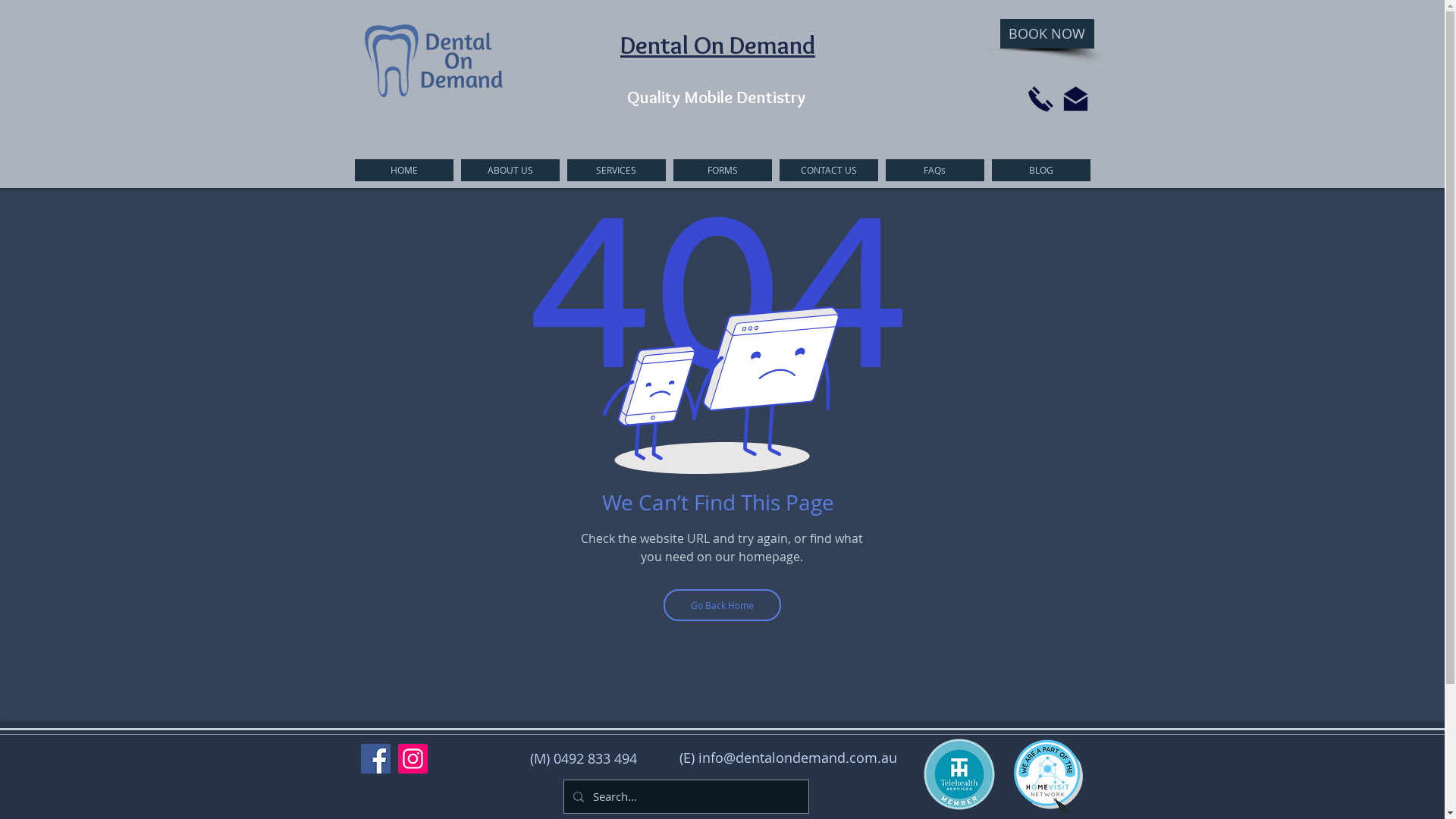 This screenshot has height=819, width=1456. Describe the element at coordinates (502, 759) in the screenshot. I see `'(M) 0492 833 494'` at that location.